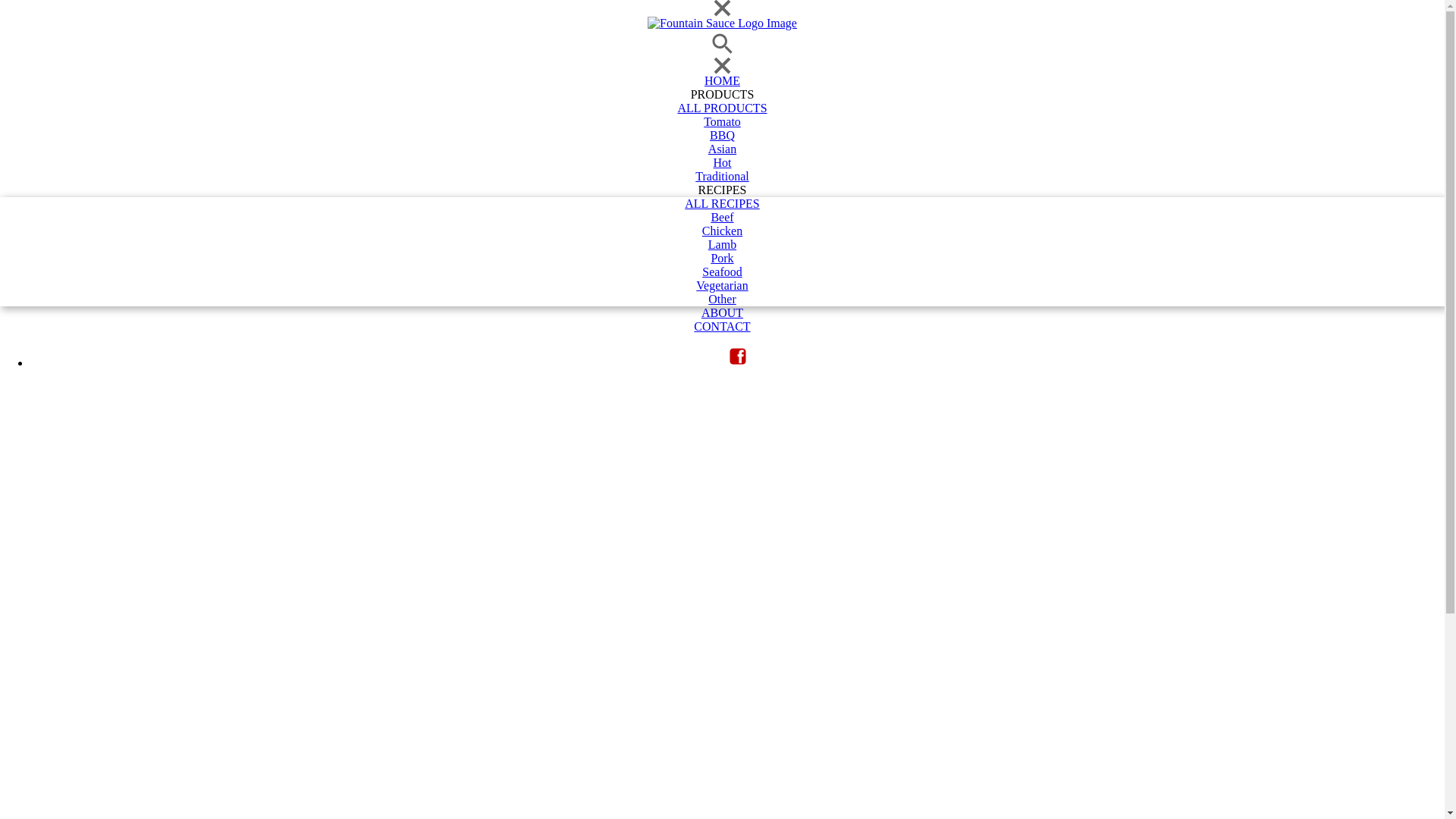  What do you see at coordinates (721, 257) in the screenshot?
I see `'Pork'` at bounding box center [721, 257].